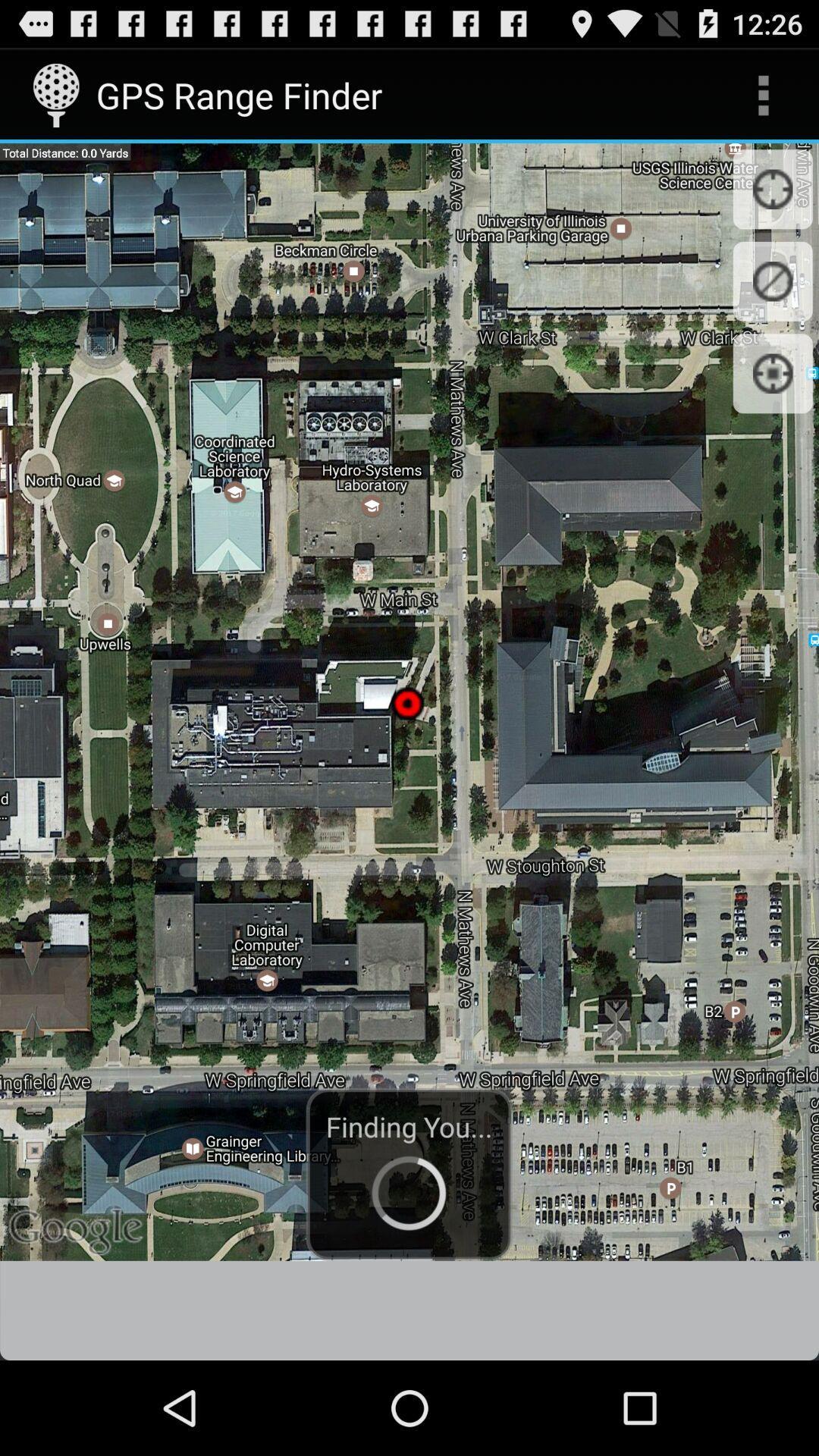 This screenshot has width=819, height=1456. What do you see at coordinates (773, 301) in the screenshot?
I see `the explore icon` at bounding box center [773, 301].